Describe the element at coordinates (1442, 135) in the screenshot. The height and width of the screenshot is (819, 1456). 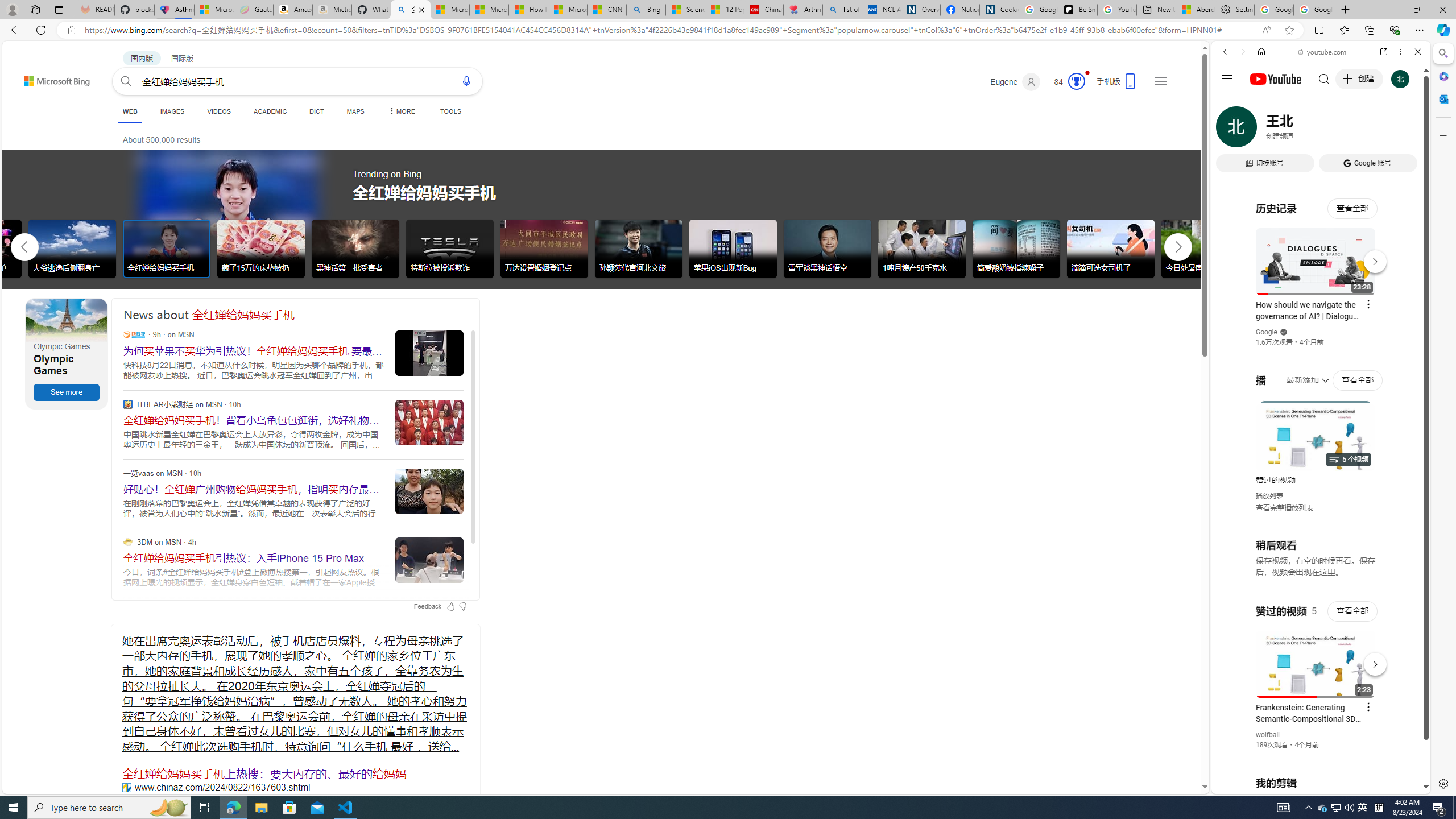
I see `'Close Customize pane'` at that location.